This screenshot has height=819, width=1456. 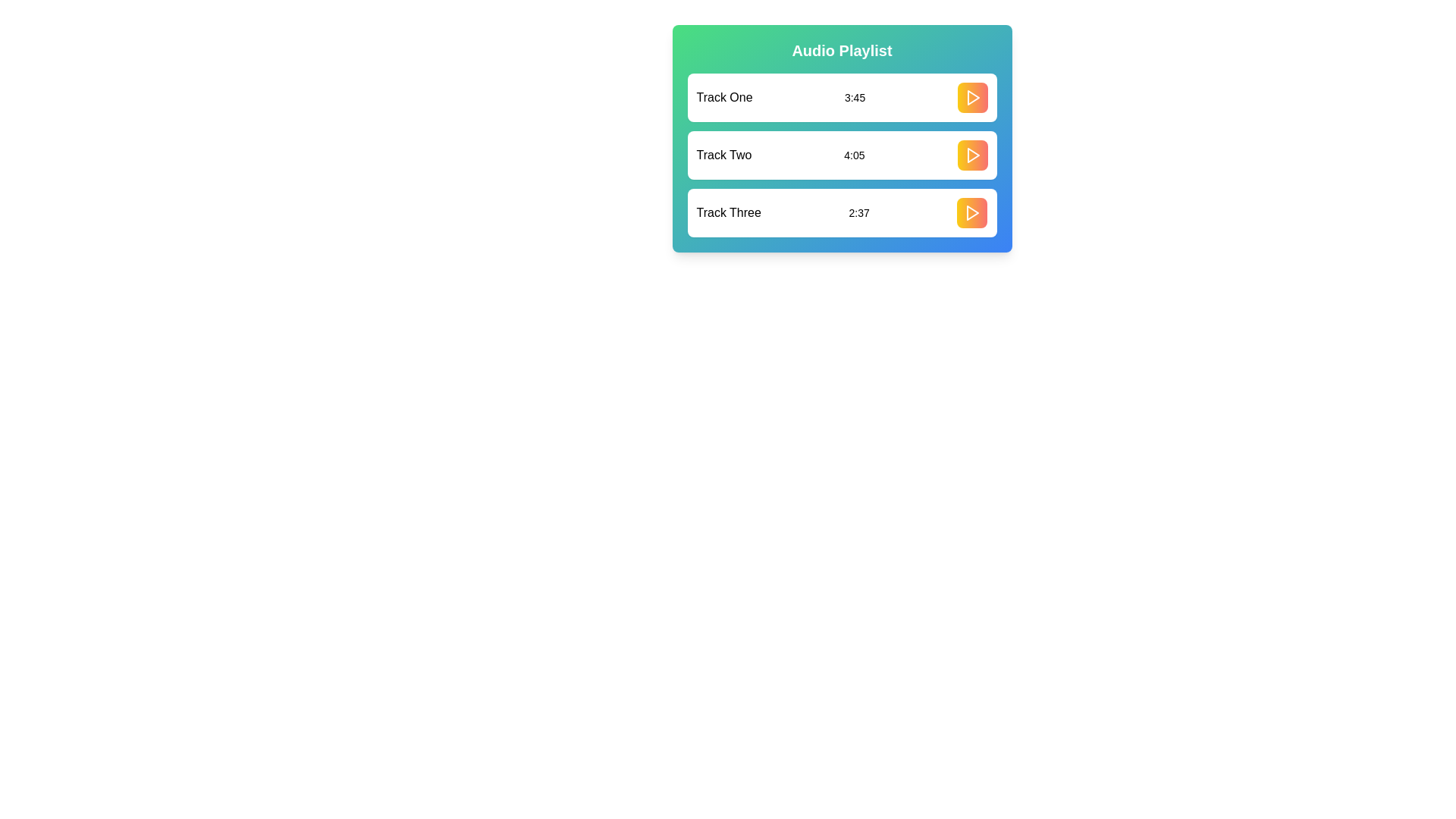 I want to click on the third Card-like component in the playlist that represents an audio track item, so click(x=841, y=213).